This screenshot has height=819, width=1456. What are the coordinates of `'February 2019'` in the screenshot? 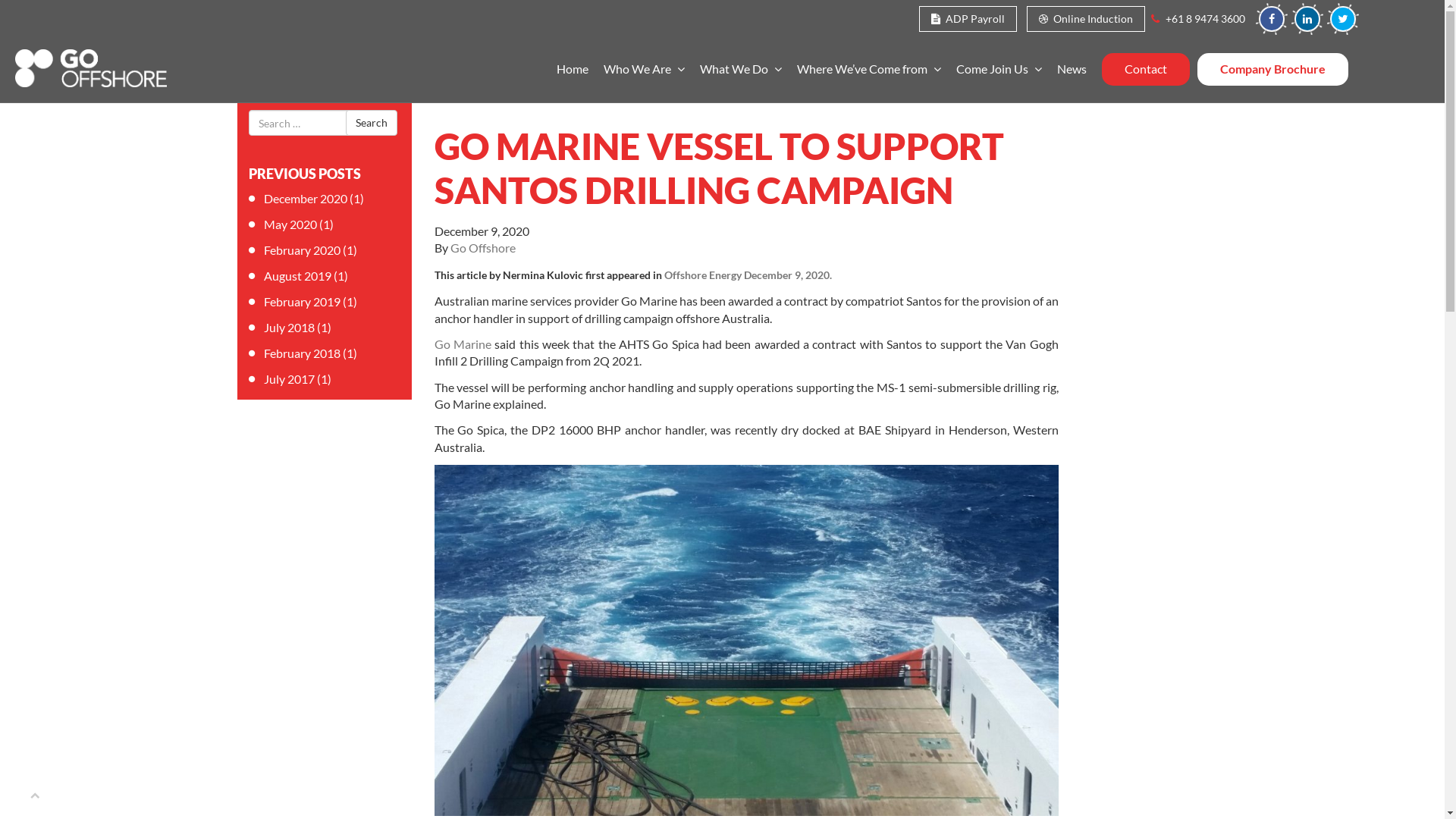 It's located at (302, 301).